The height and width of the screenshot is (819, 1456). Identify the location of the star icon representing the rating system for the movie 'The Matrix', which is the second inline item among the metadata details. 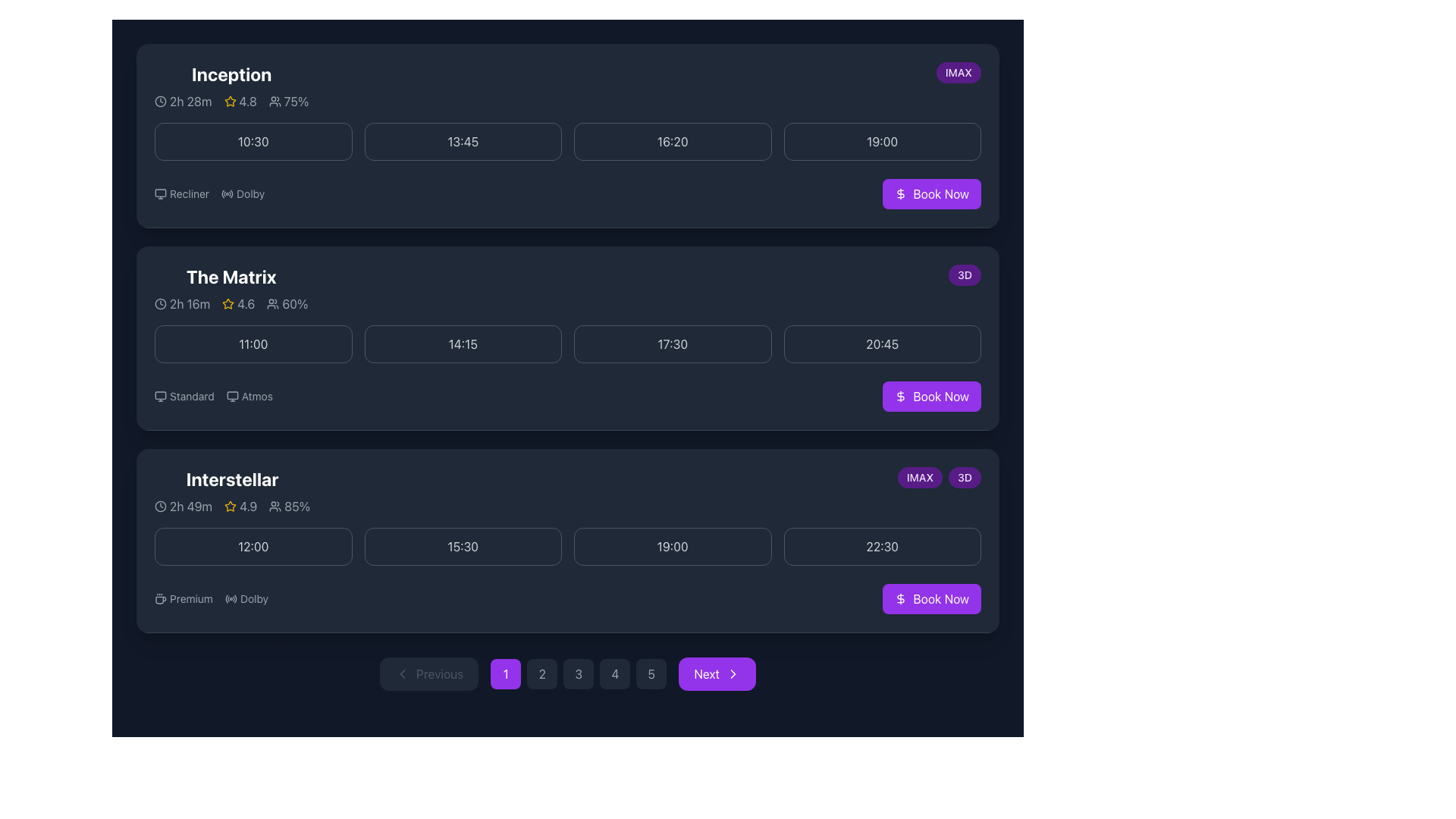
(231, 304).